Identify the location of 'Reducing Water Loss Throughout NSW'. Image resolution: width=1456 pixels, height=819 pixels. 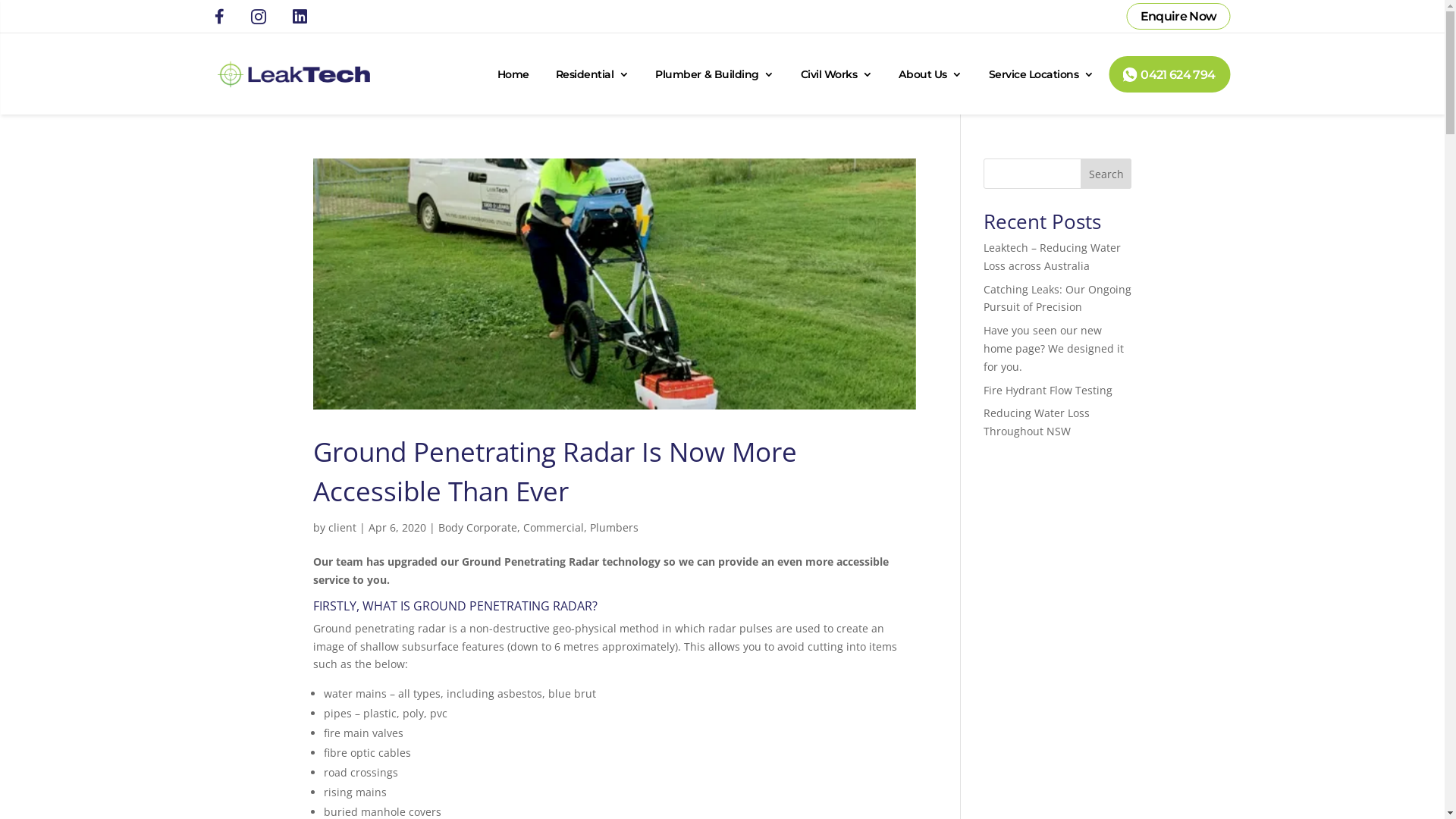
(1036, 422).